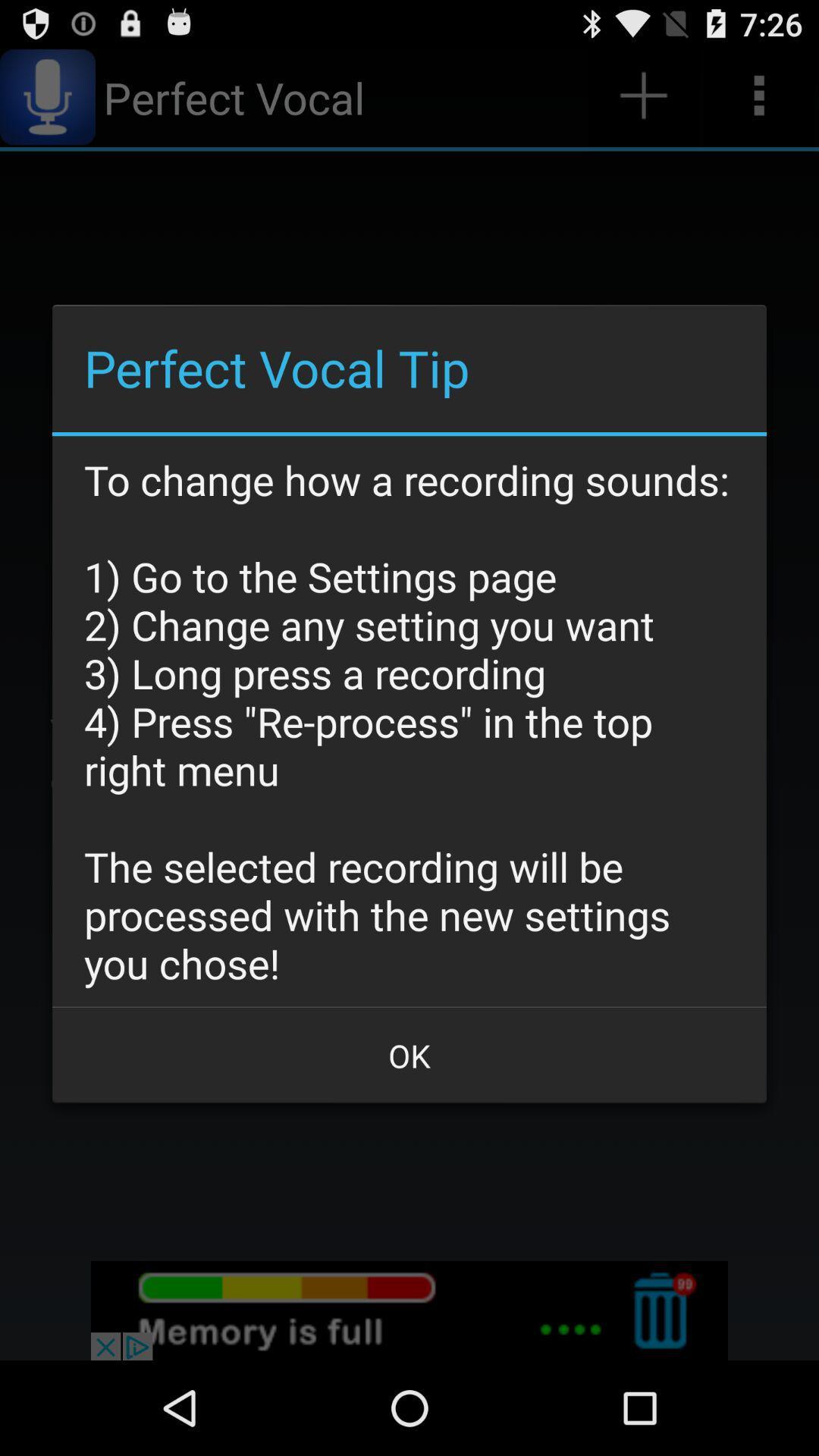 Image resolution: width=819 pixels, height=1456 pixels. What do you see at coordinates (409, 1055) in the screenshot?
I see `the ok` at bounding box center [409, 1055].